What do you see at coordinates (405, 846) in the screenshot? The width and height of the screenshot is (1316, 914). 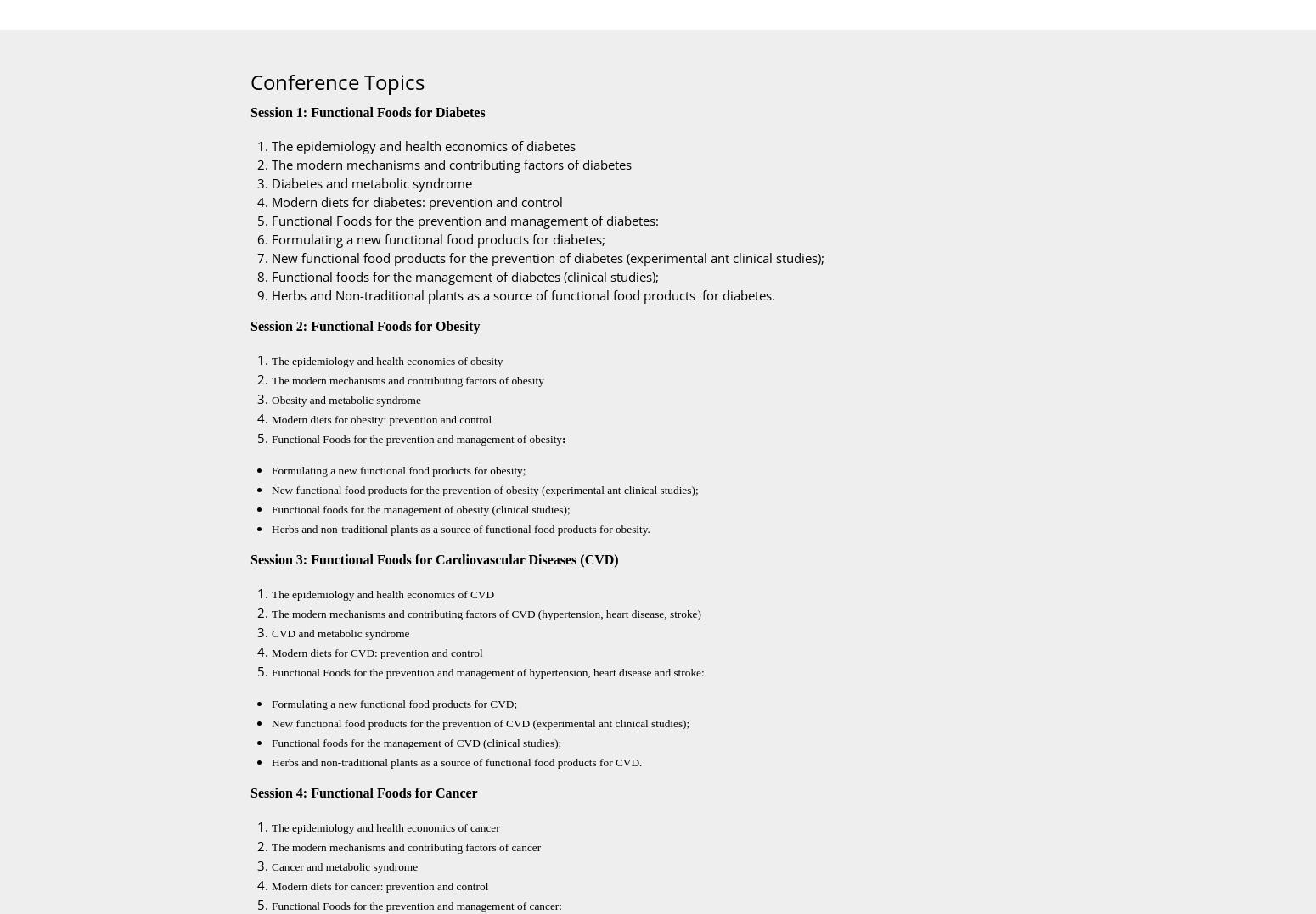 I see `'The modern mechanisms and contributing factors of cancer'` at bounding box center [405, 846].